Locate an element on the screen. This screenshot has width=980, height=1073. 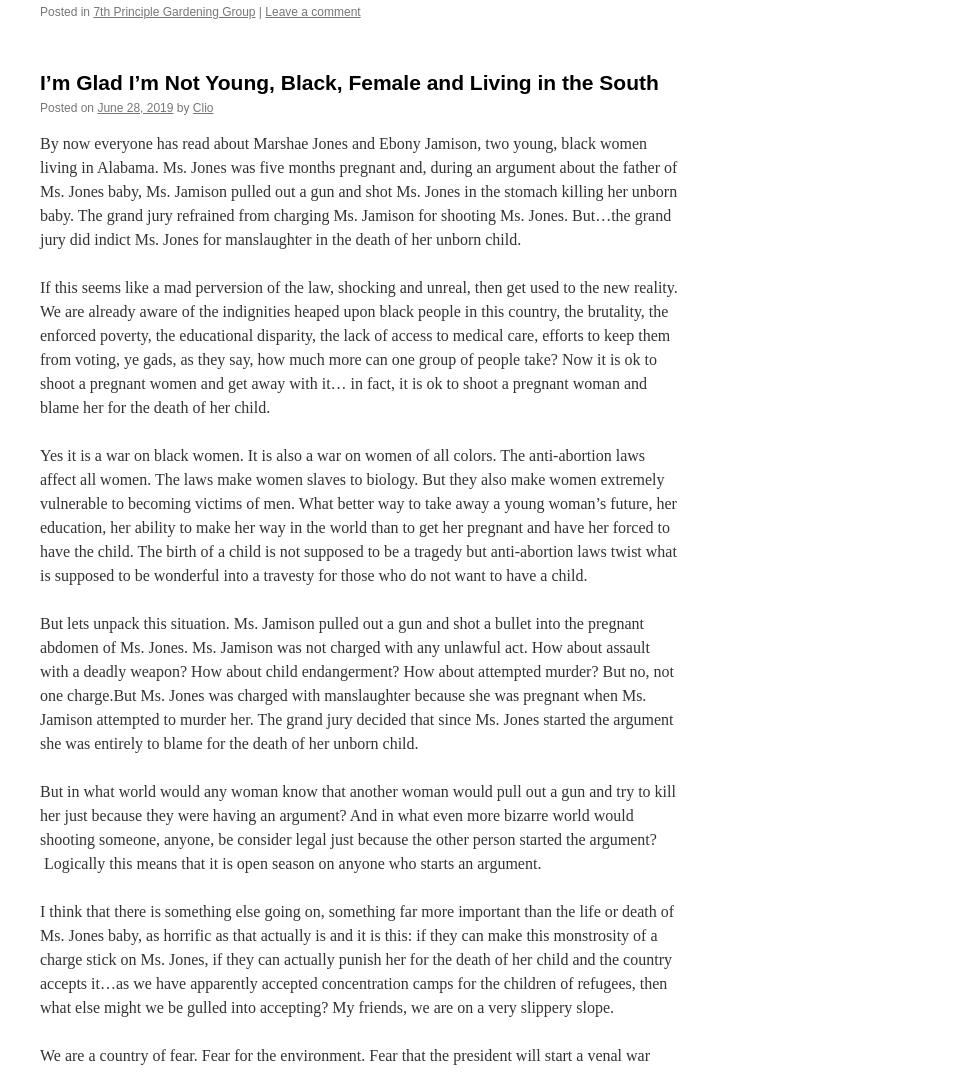
'Clio' is located at coordinates (202, 106).